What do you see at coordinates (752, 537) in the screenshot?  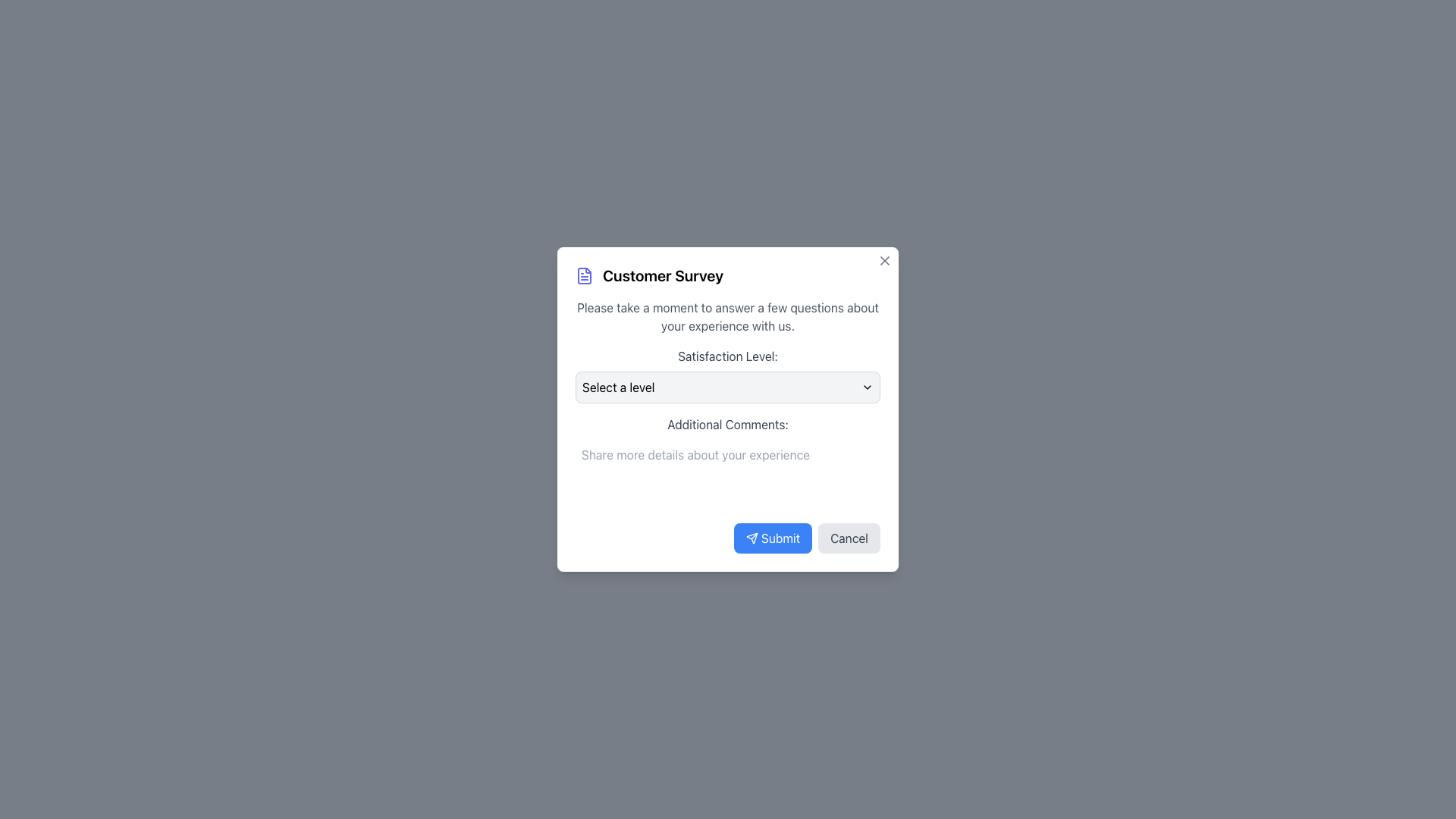 I see `the 'Submit' button which contains a small icon resembling an arrow or paper plane, located to the left of the text` at bounding box center [752, 537].